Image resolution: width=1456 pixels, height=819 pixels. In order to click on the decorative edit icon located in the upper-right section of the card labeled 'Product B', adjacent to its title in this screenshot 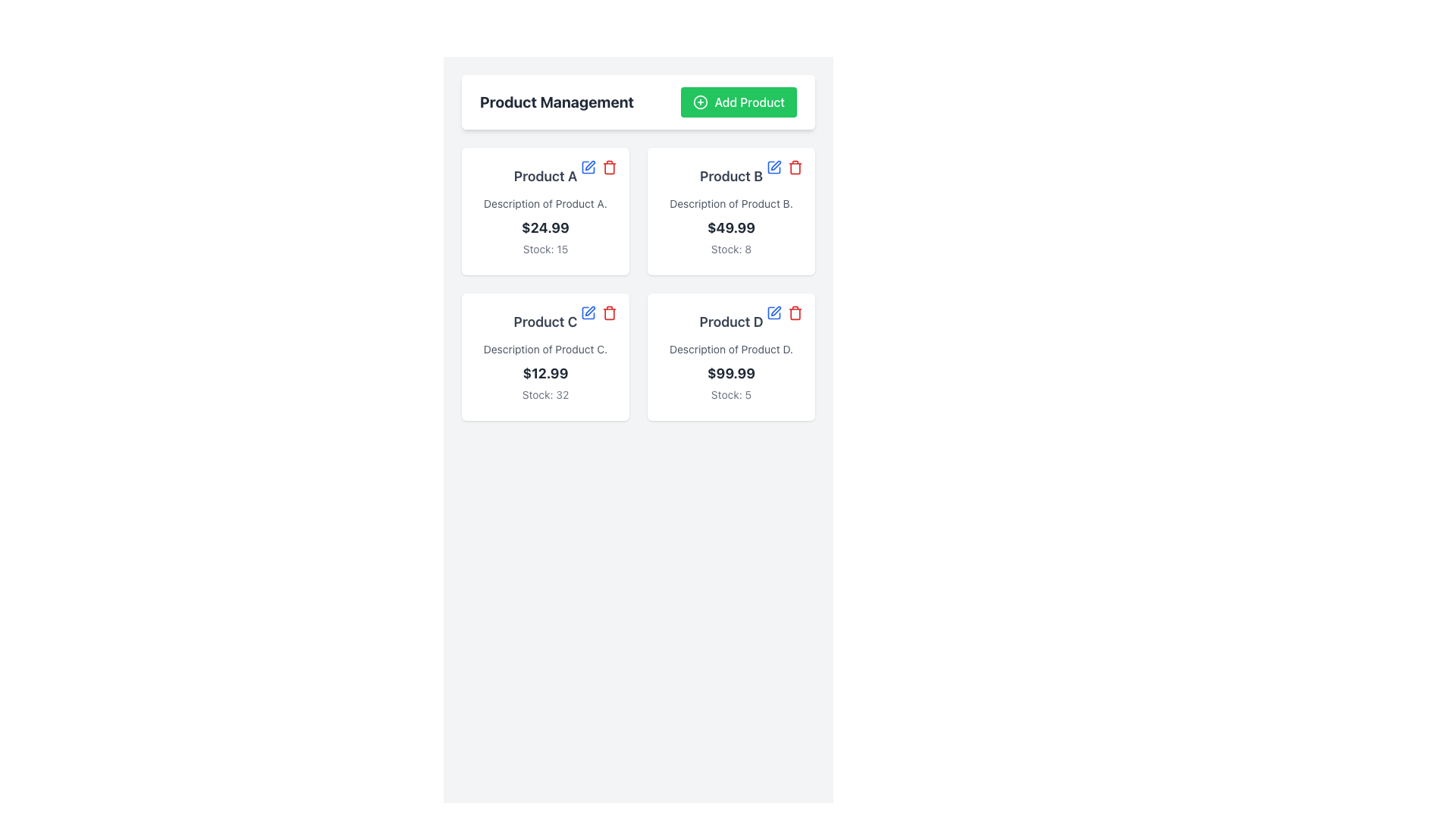, I will do `click(774, 167)`.